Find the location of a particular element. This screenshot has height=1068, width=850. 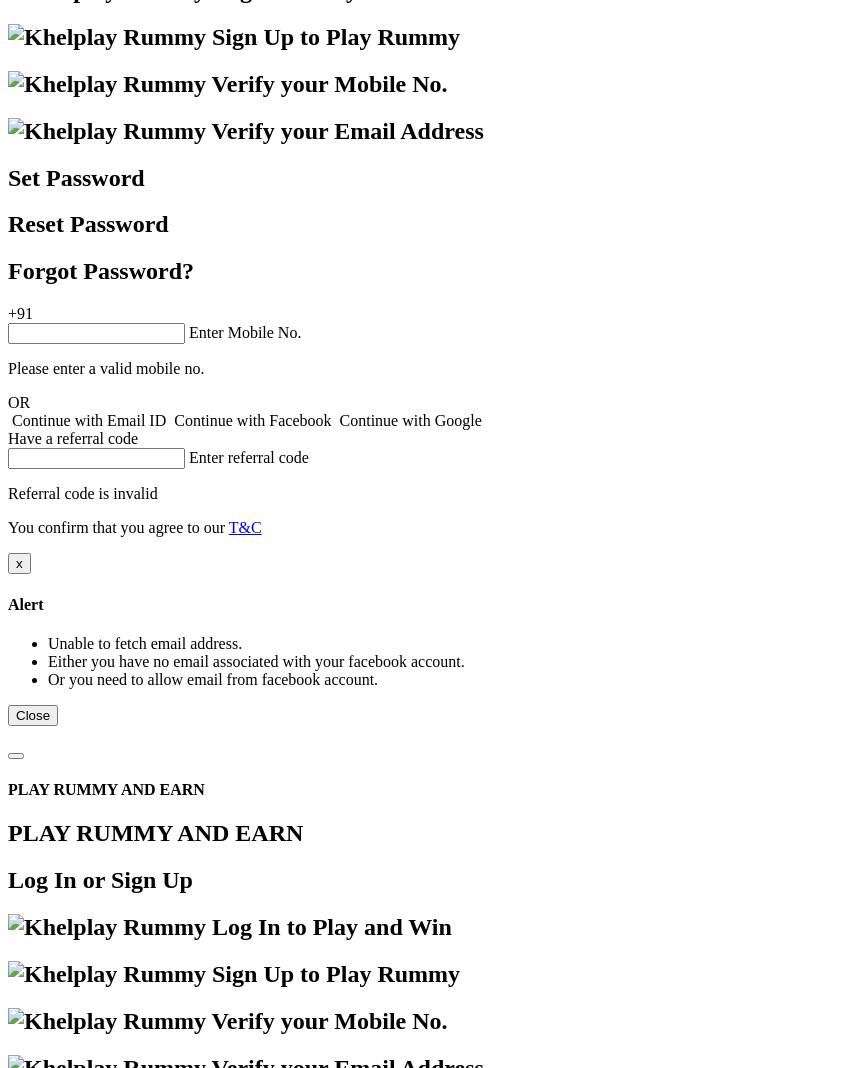

'Continue with Google' is located at coordinates (408, 420).